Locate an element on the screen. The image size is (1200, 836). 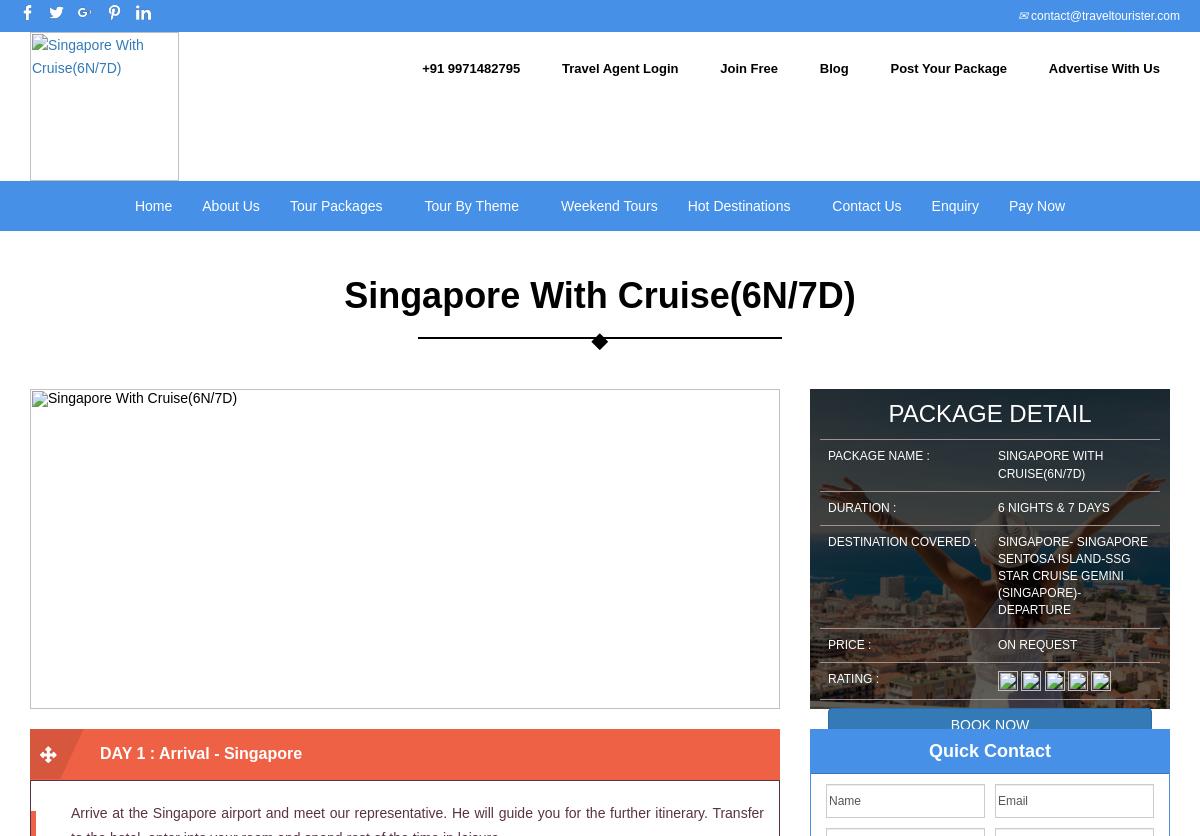
'Package Detail' is located at coordinates (989, 412).